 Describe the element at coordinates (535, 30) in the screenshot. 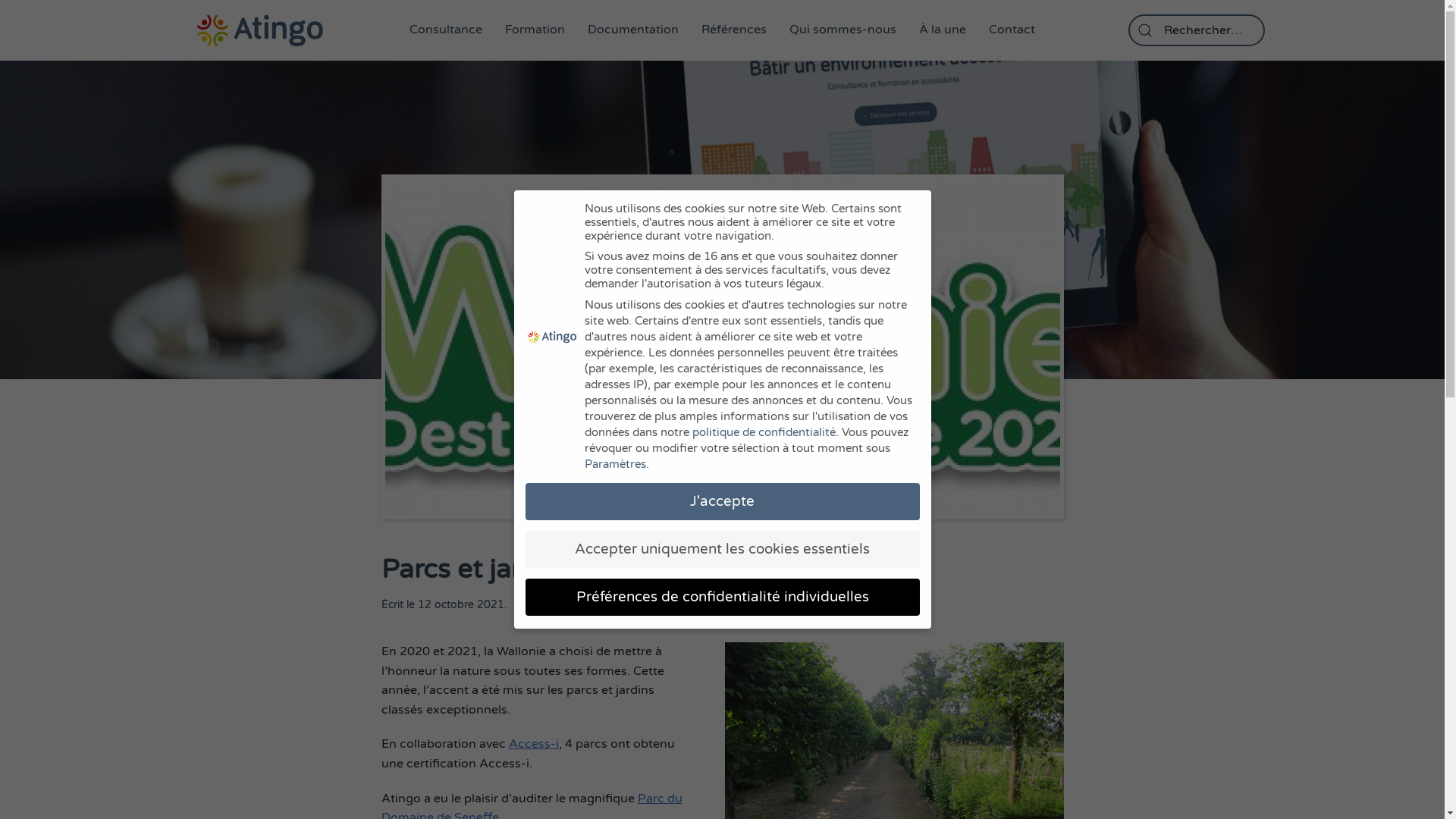

I see `'Formation'` at that location.